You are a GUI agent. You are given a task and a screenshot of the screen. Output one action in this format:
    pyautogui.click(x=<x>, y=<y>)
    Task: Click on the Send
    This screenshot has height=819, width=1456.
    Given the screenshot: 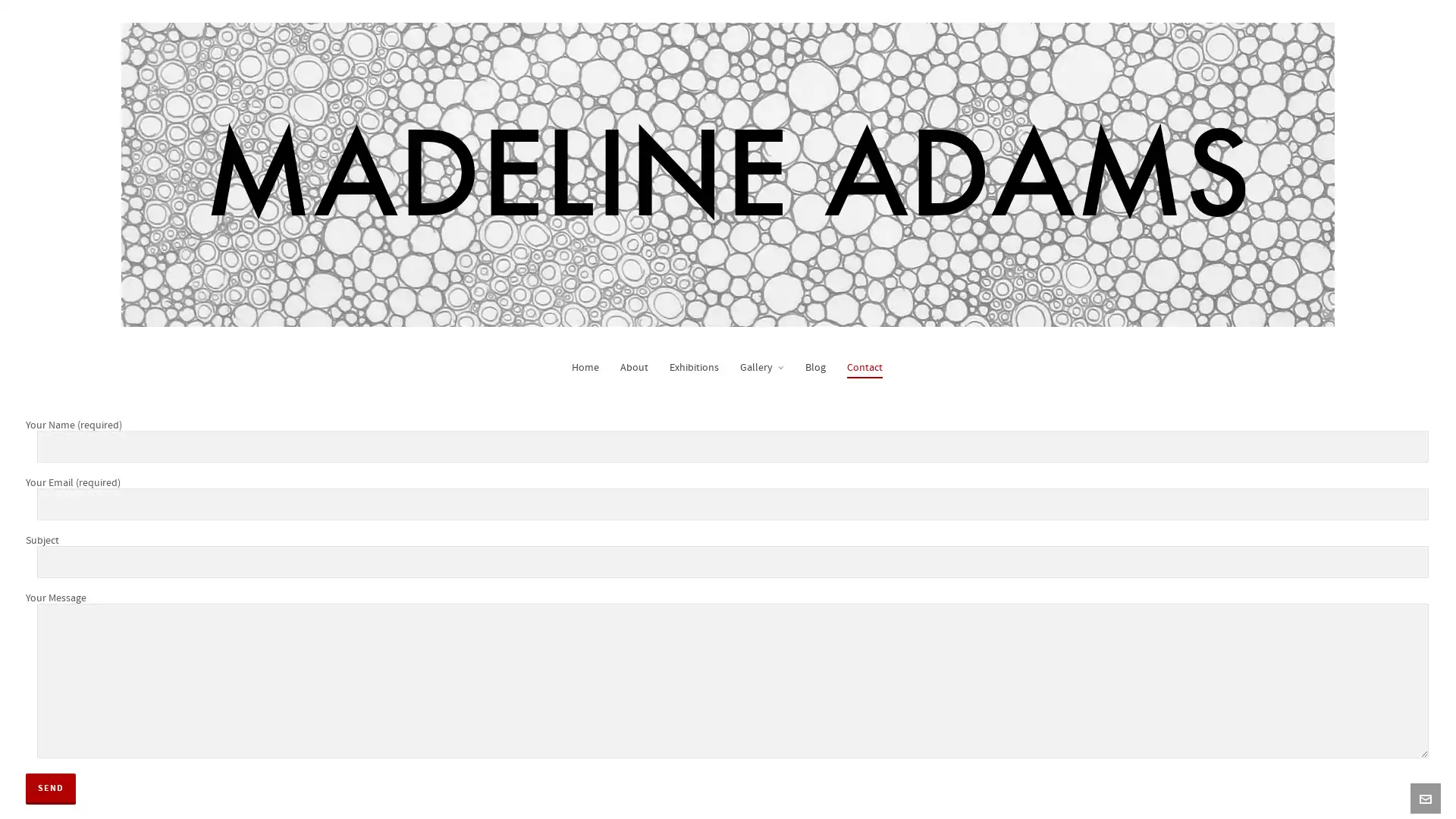 What is the action you would take?
    pyautogui.click(x=51, y=786)
    